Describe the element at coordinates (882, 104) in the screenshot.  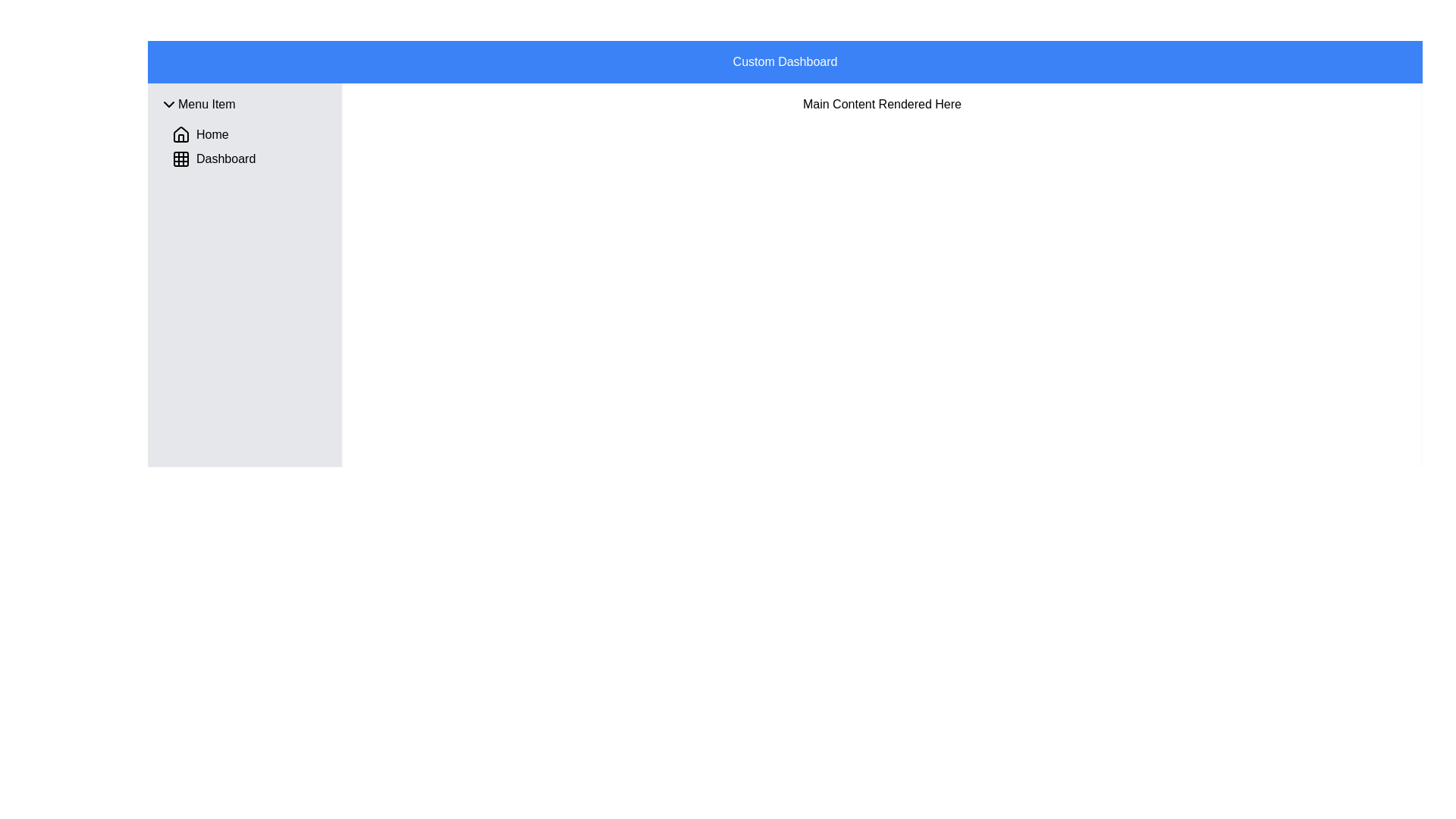
I see `the text element that reads 'Main Content Rendered Here', which is centrally placed beneath the blue header labeled 'Custom Dashboard'` at that location.